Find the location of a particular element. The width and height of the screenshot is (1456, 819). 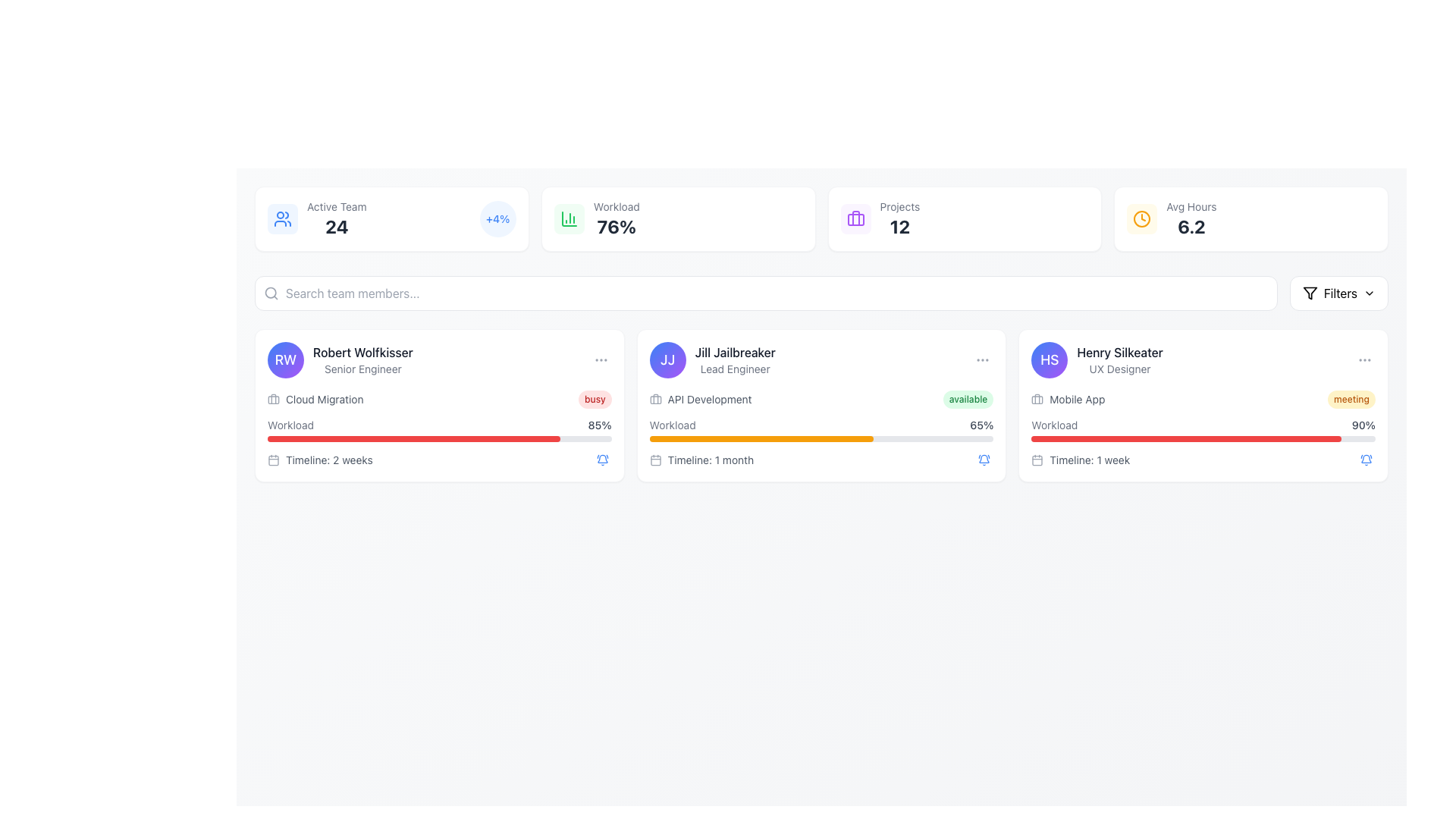

the text label displaying 'API Development' which is styled in gray and located in the card for 'Jill Jailbreaker' is located at coordinates (709, 399).